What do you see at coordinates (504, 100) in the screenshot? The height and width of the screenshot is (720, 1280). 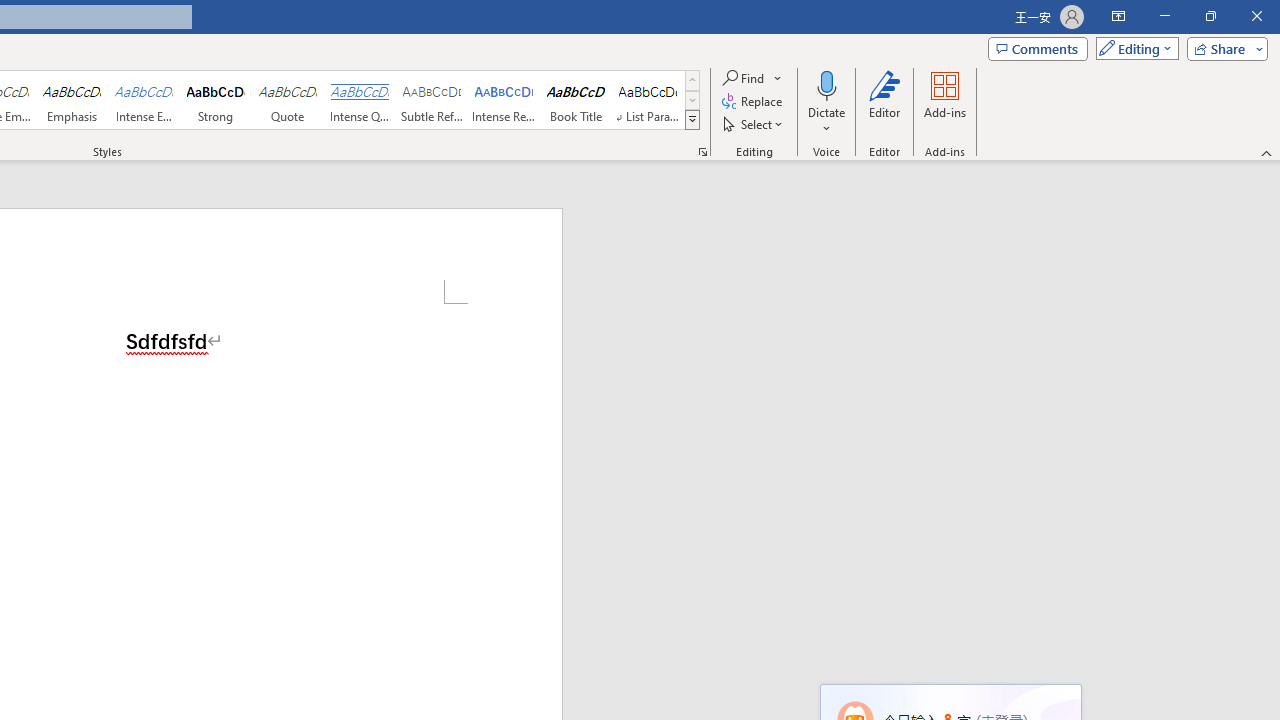 I see `'Intense Reference'` at bounding box center [504, 100].